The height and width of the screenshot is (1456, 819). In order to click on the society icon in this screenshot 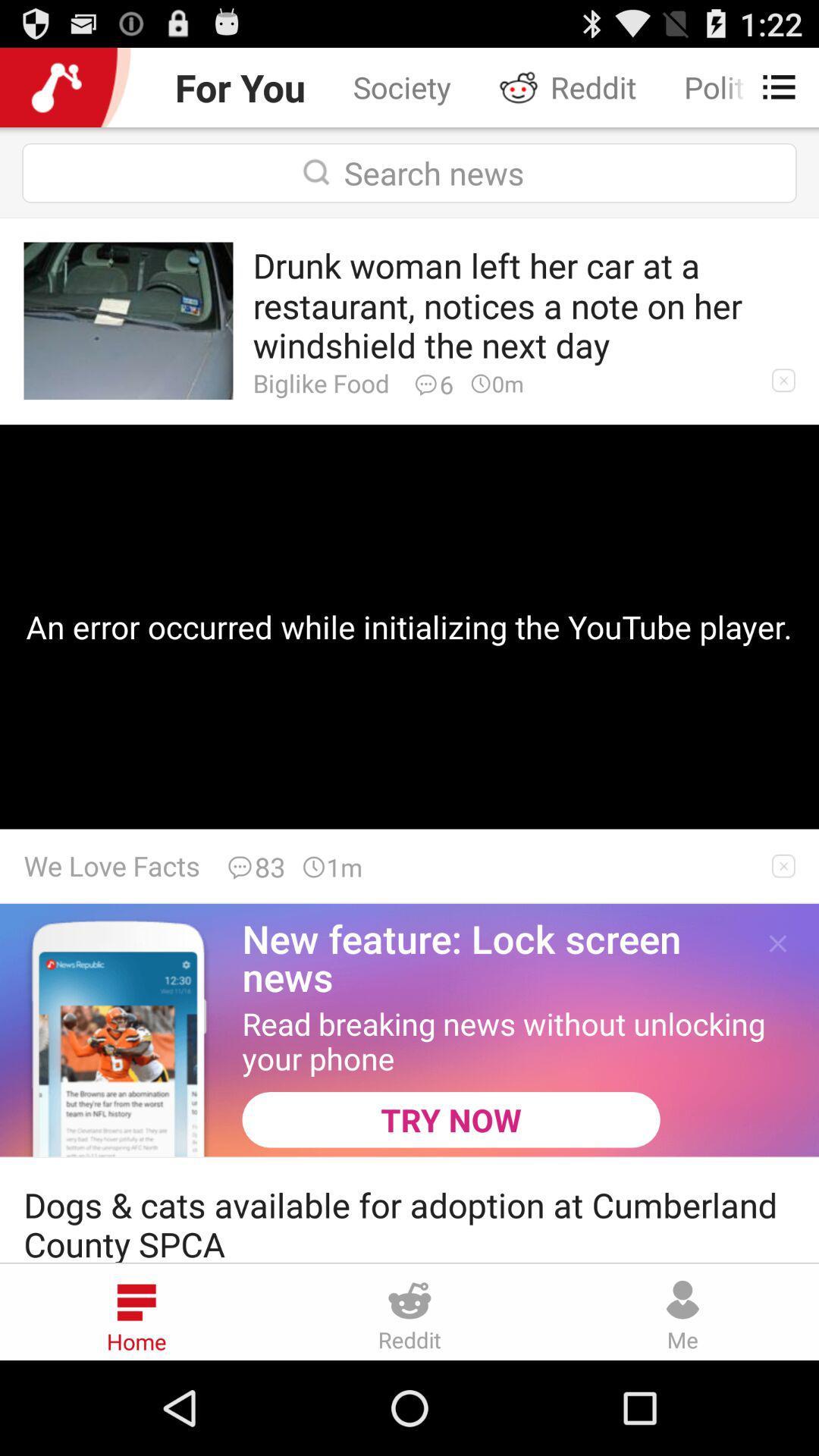, I will do `click(401, 86)`.